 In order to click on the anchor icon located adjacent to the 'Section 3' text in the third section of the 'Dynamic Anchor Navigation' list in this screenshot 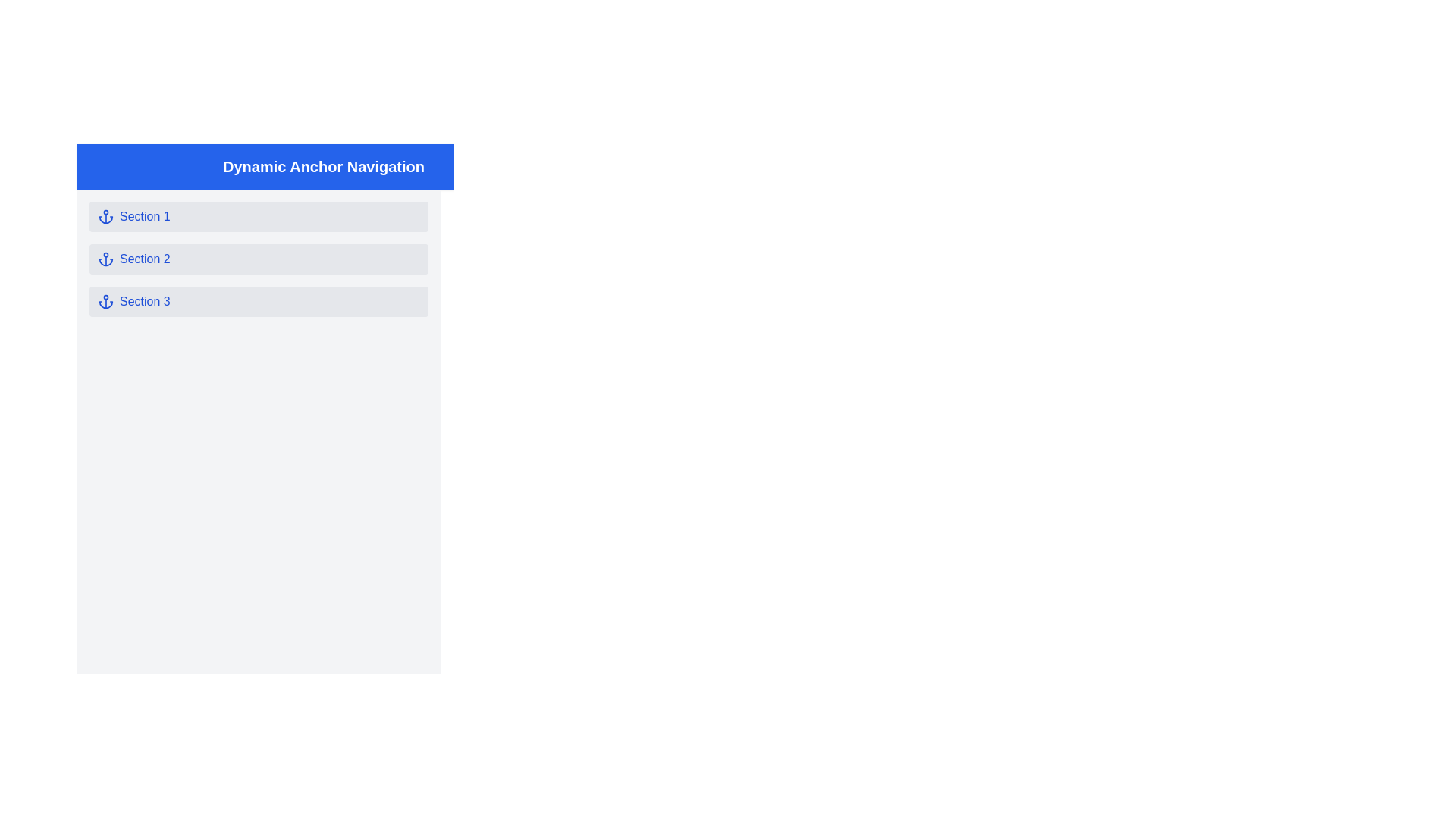, I will do `click(105, 301)`.